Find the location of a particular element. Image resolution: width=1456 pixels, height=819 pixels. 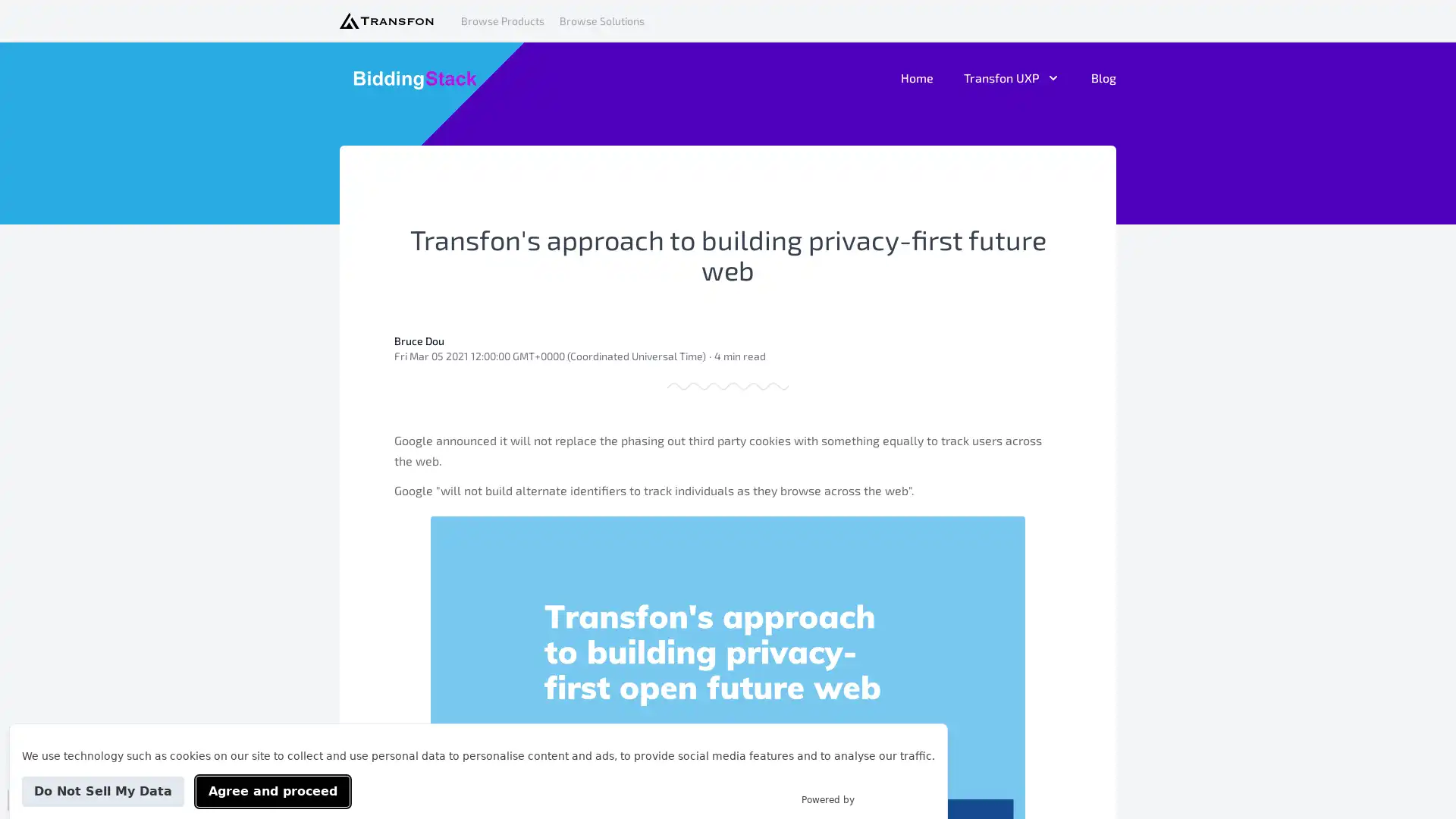

Agree and proceed is located at coordinates (273, 791).